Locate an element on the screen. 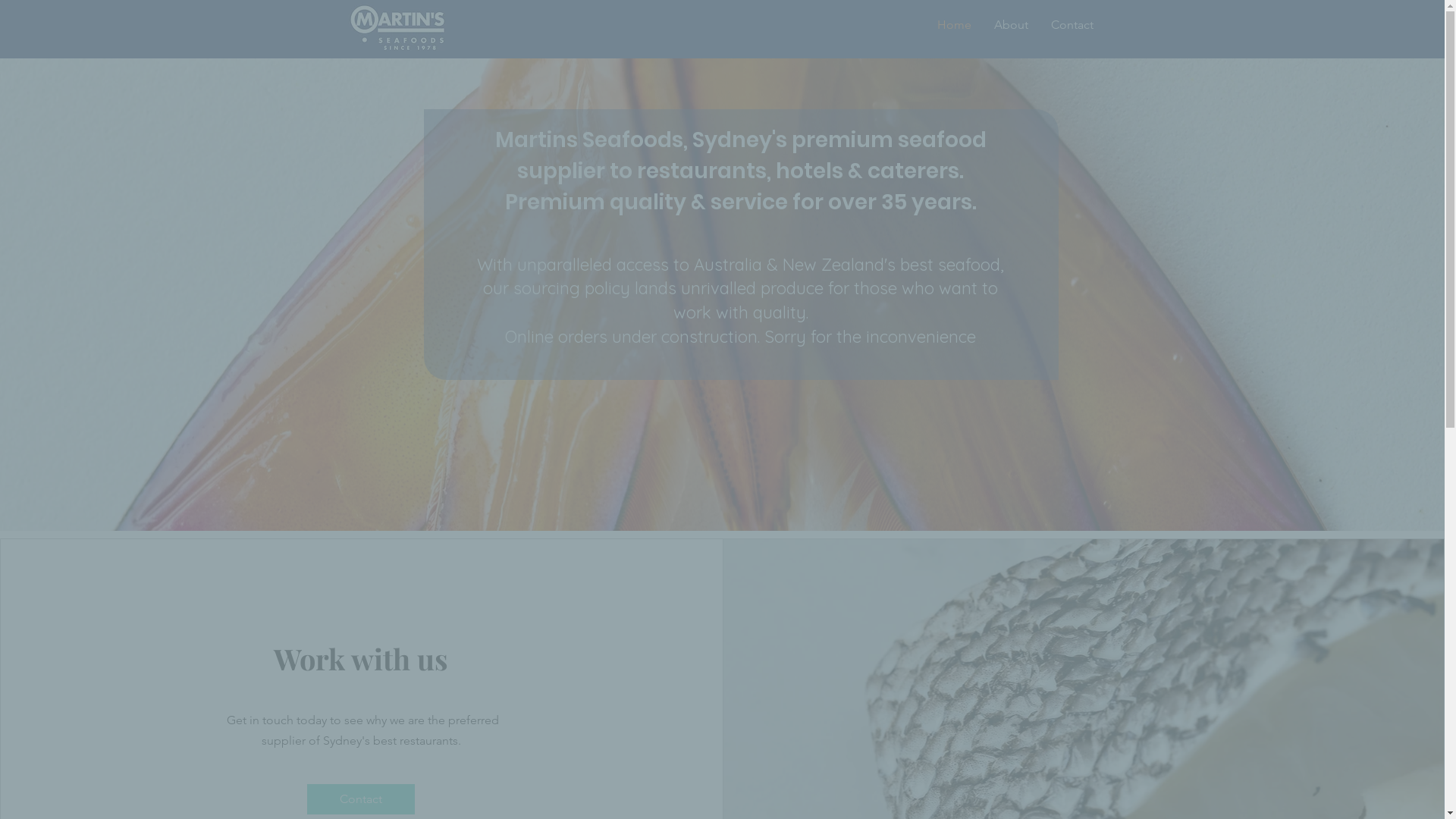  'Home' is located at coordinates (952, 25).